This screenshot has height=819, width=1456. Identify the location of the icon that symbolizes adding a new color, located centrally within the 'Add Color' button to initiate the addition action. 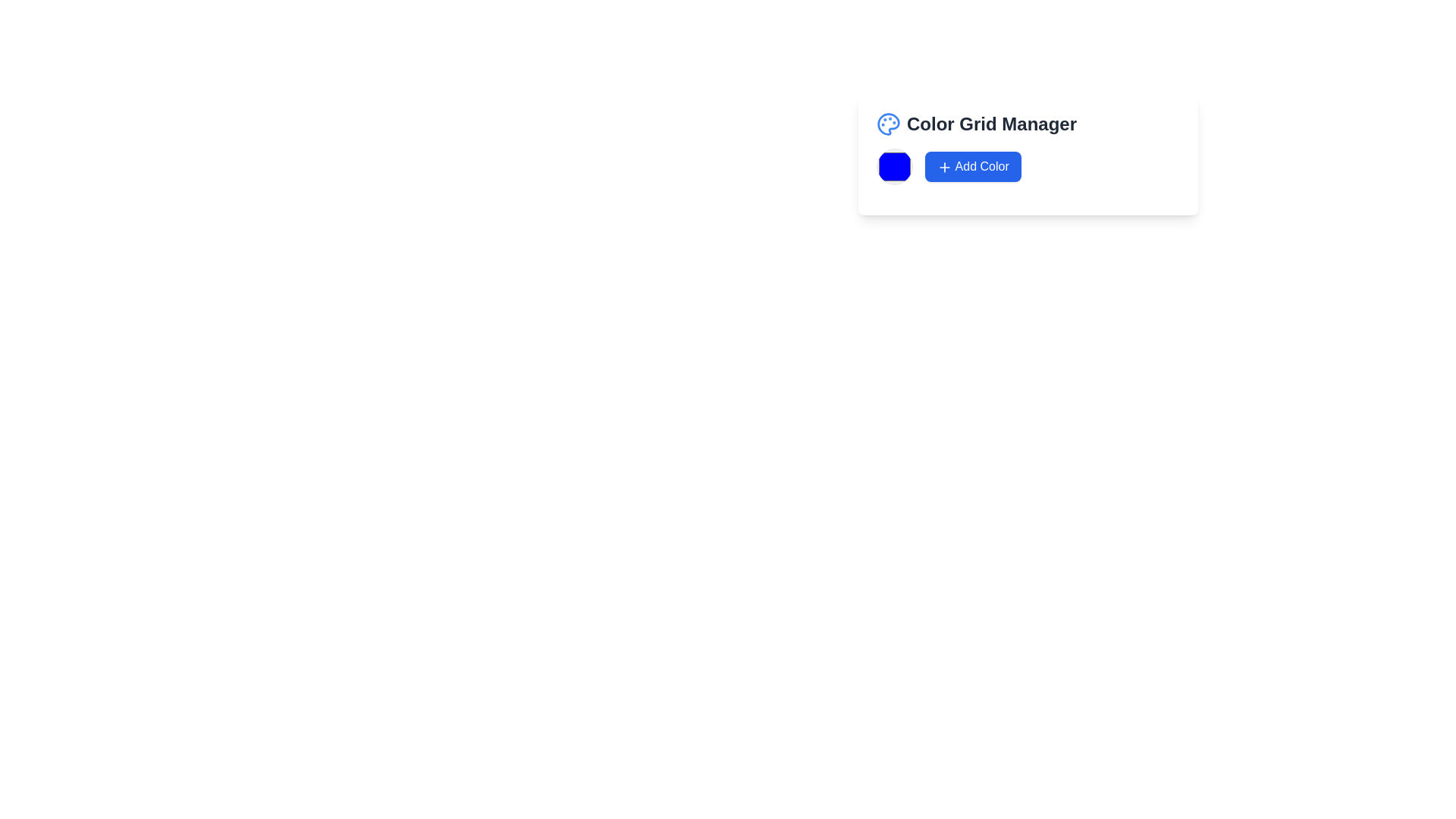
(944, 166).